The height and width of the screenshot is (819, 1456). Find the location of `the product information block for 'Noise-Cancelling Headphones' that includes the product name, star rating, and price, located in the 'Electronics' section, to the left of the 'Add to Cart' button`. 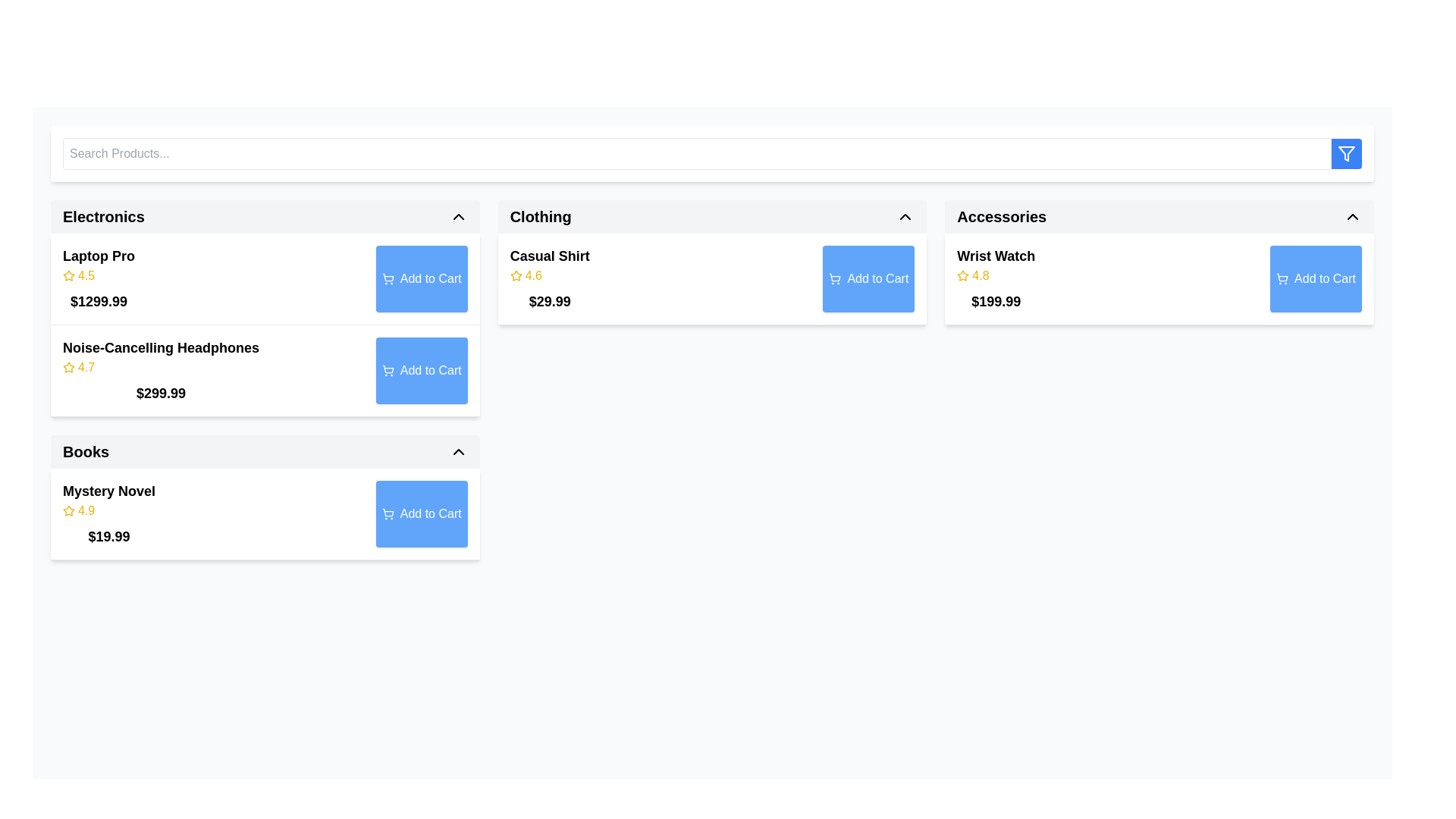

the product information block for 'Noise-Cancelling Headphones' that includes the product name, star rating, and price, located in the 'Electronics' section, to the left of the 'Add to Cart' button is located at coordinates (161, 371).